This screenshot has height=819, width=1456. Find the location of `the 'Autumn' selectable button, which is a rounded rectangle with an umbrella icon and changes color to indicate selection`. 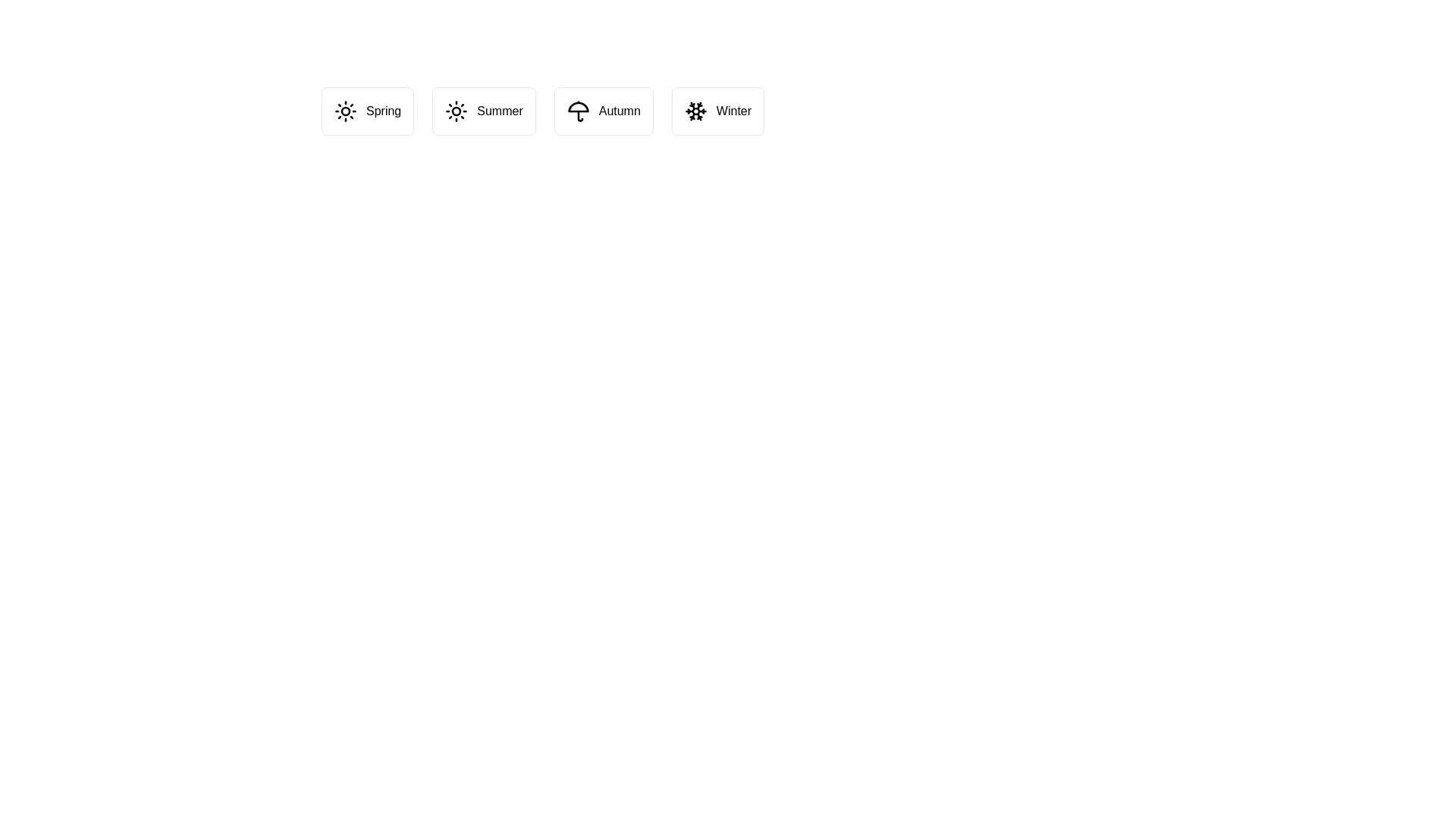

the 'Autumn' selectable button, which is a rounded rectangle with an umbrella icon and changes color to indicate selection is located at coordinates (603, 110).